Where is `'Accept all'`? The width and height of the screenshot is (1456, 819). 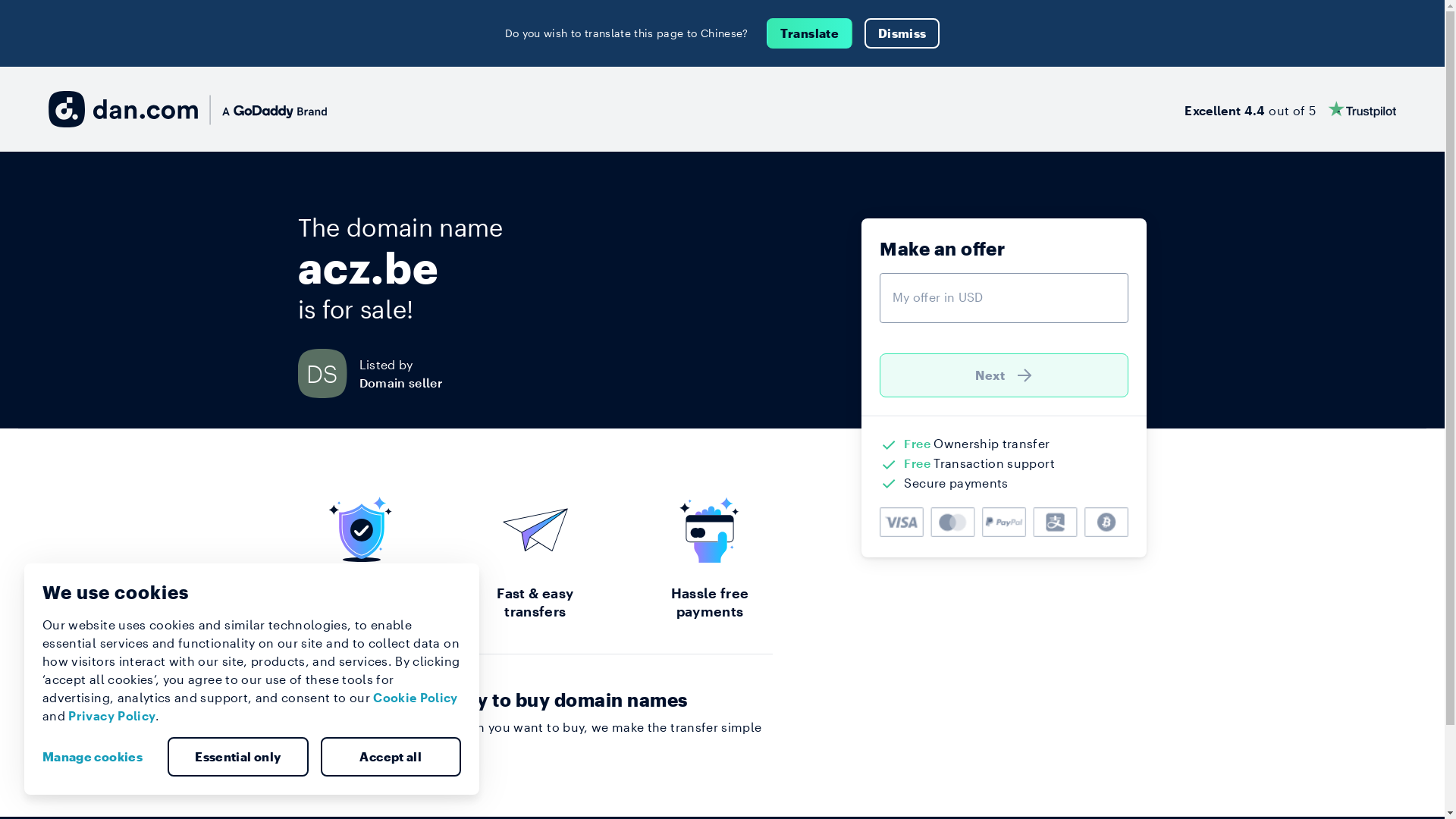 'Accept all' is located at coordinates (390, 757).